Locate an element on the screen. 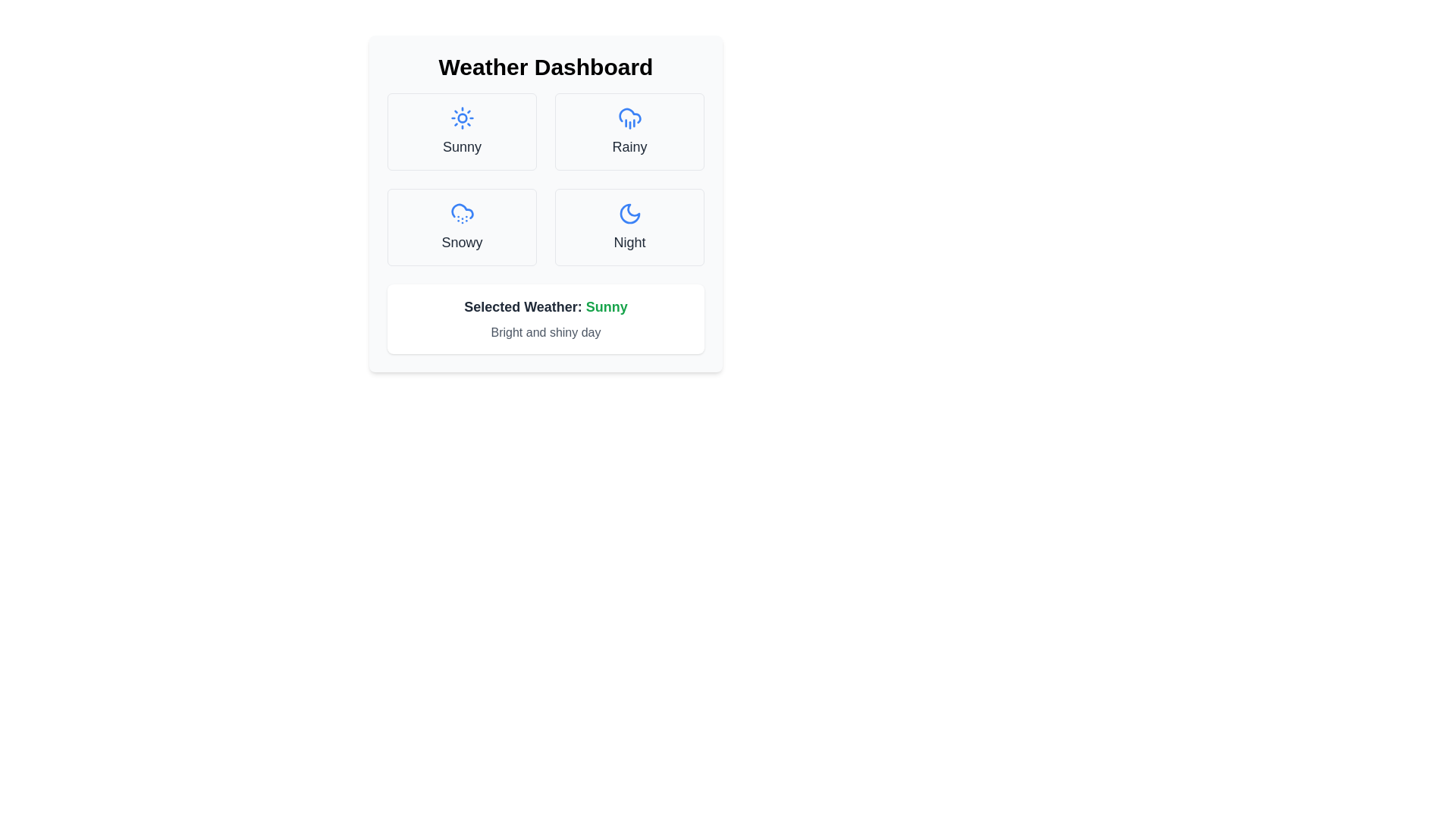 This screenshot has height=819, width=1456. the 'Rainy' weather selection icon, which is the second item in the top row of the weather options on the 'Weather Dashboard' panel, located directly above the text 'Rainy' is located at coordinates (629, 117).